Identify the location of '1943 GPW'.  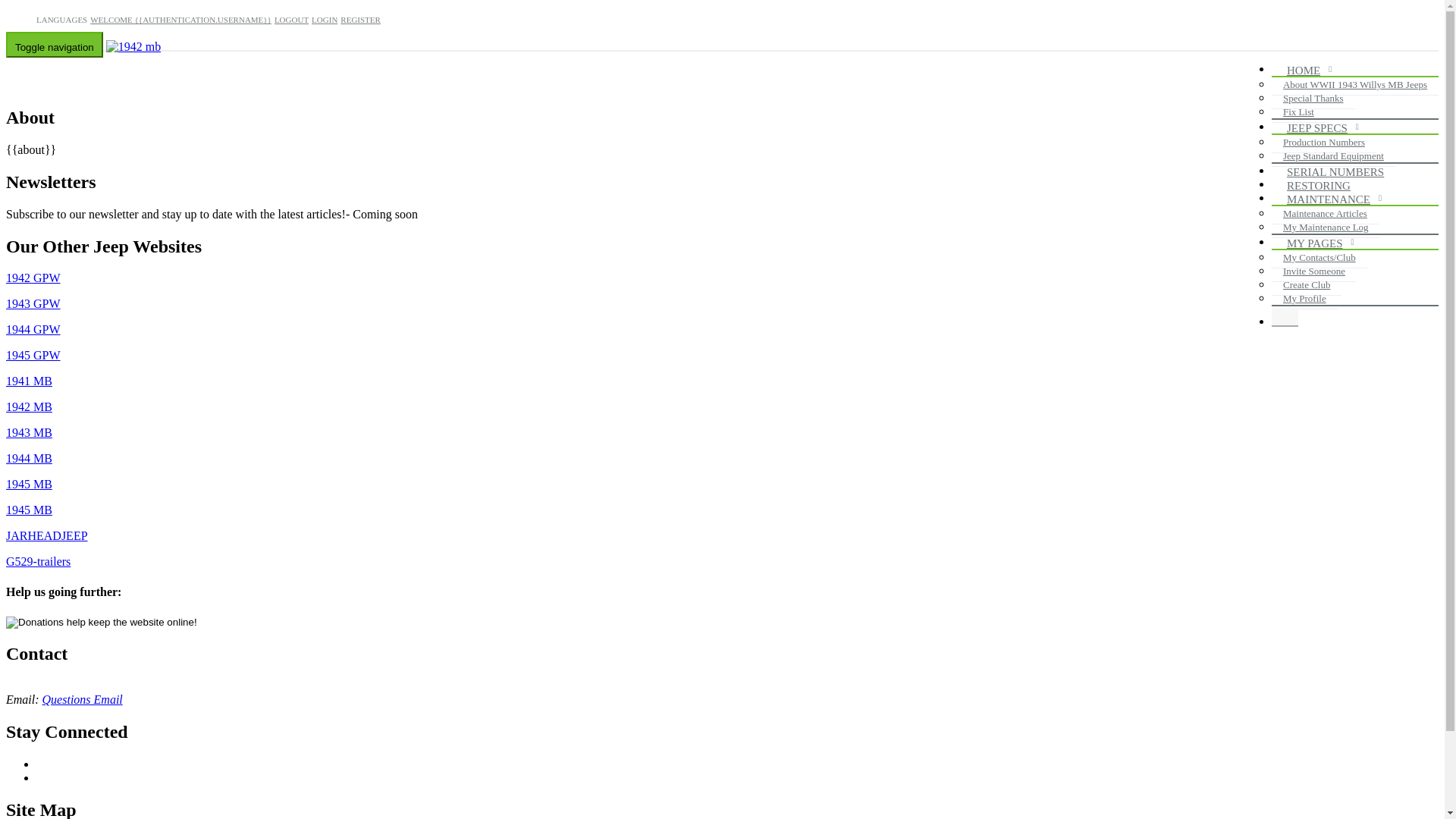
(33, 303).